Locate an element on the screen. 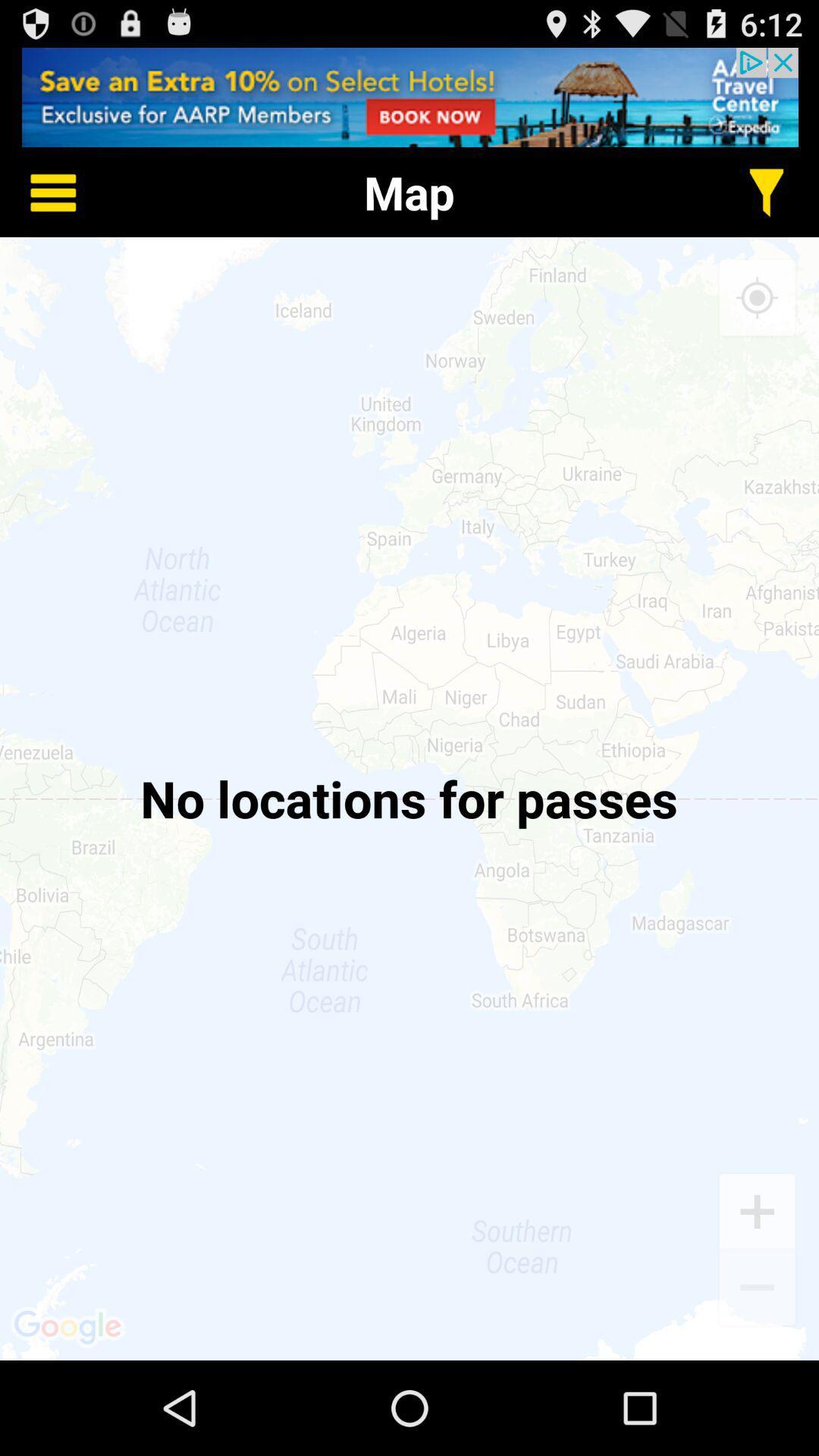 This screenshot has height=1456, width=819. the location_crosshair icon is located at coordinates (757, 318).